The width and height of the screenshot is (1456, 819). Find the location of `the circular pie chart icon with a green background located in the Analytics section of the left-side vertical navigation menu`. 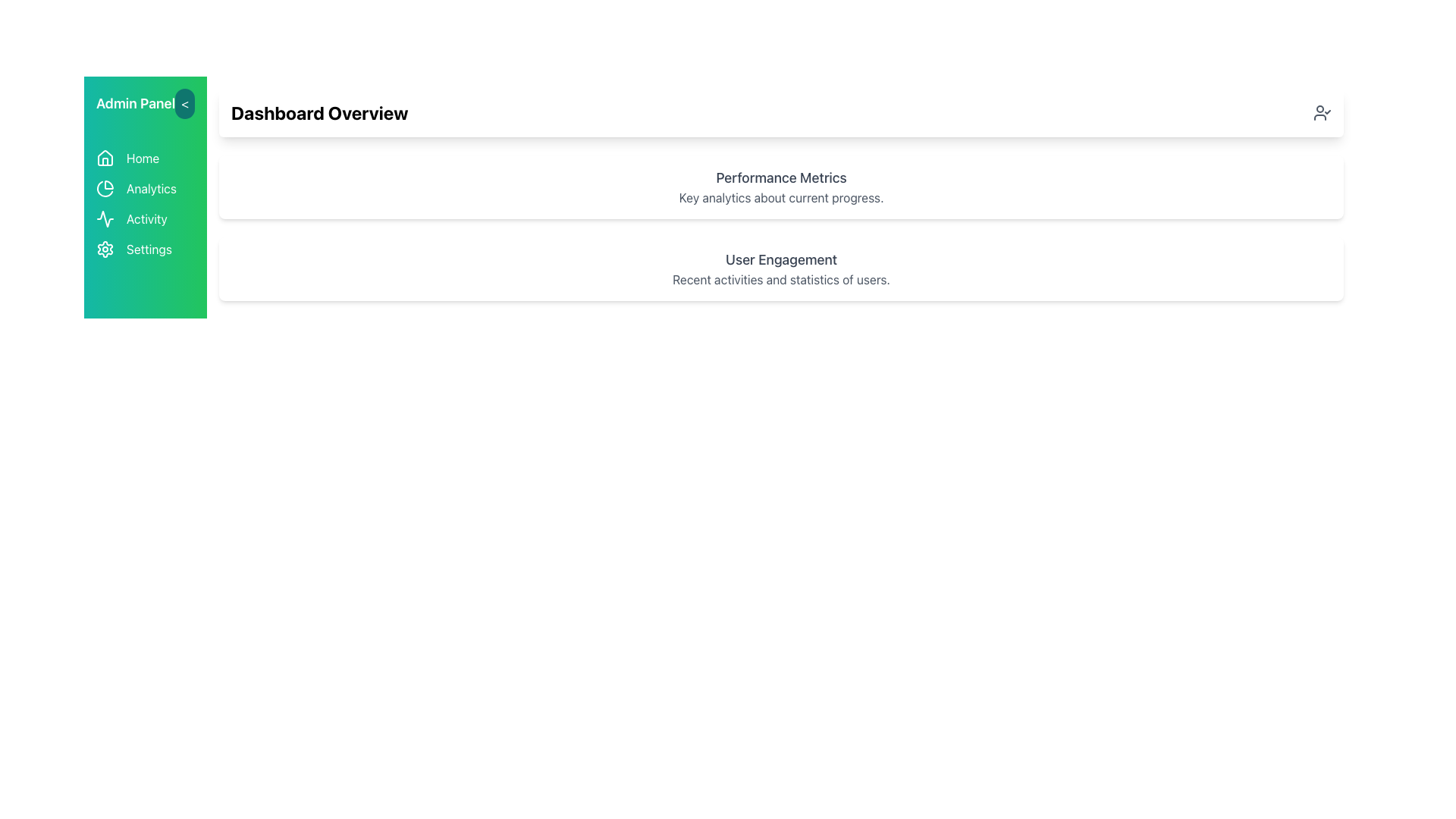

the circular pie chart icon with a green background located in the Analytics section of the left-side vertical navigation menu is located at coordinates (105, 188).